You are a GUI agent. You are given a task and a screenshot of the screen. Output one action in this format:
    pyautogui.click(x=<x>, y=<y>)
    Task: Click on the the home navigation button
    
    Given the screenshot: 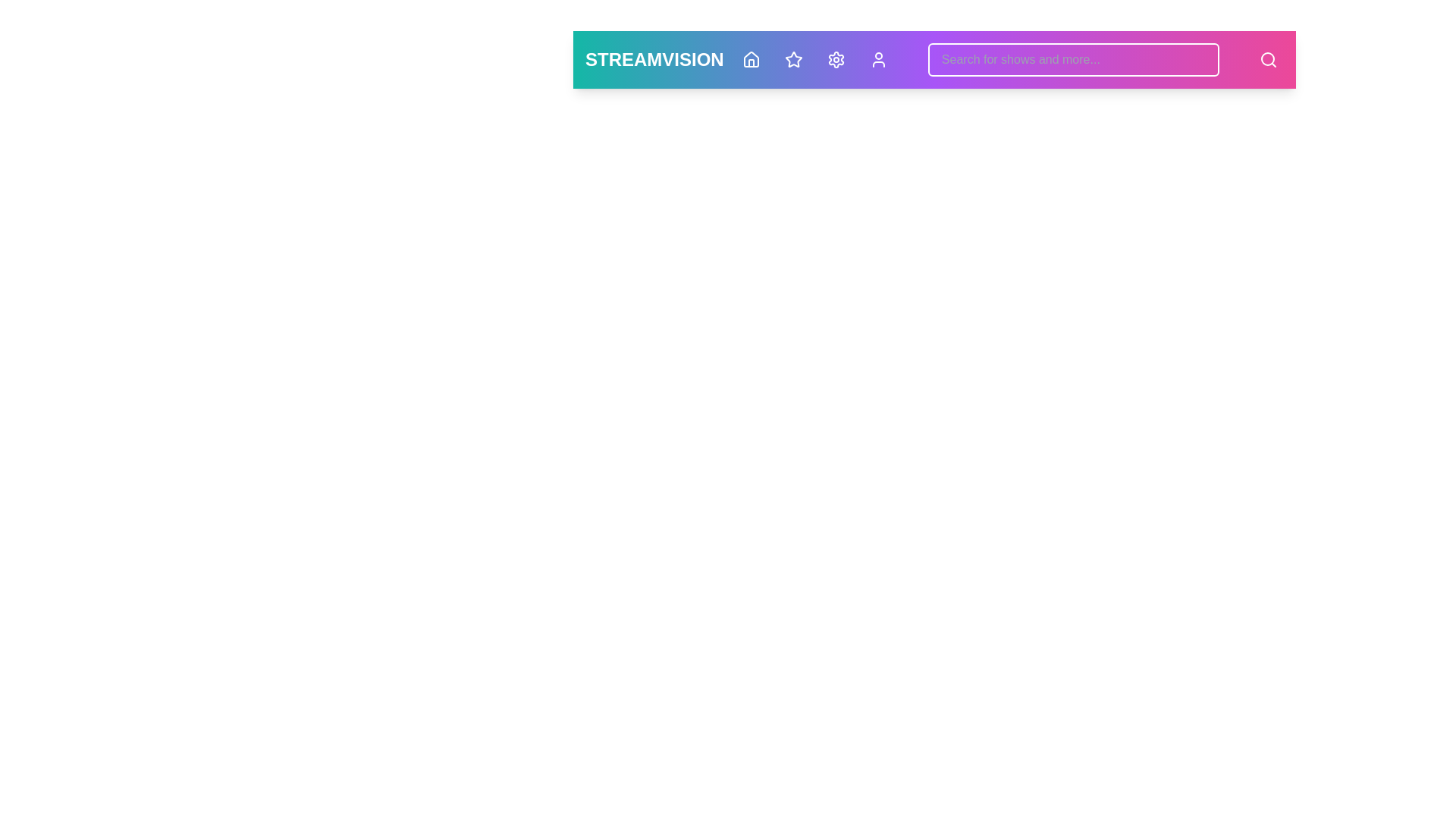 What is the action you would take?
    pyautogui.click(x=751, y=58)
    